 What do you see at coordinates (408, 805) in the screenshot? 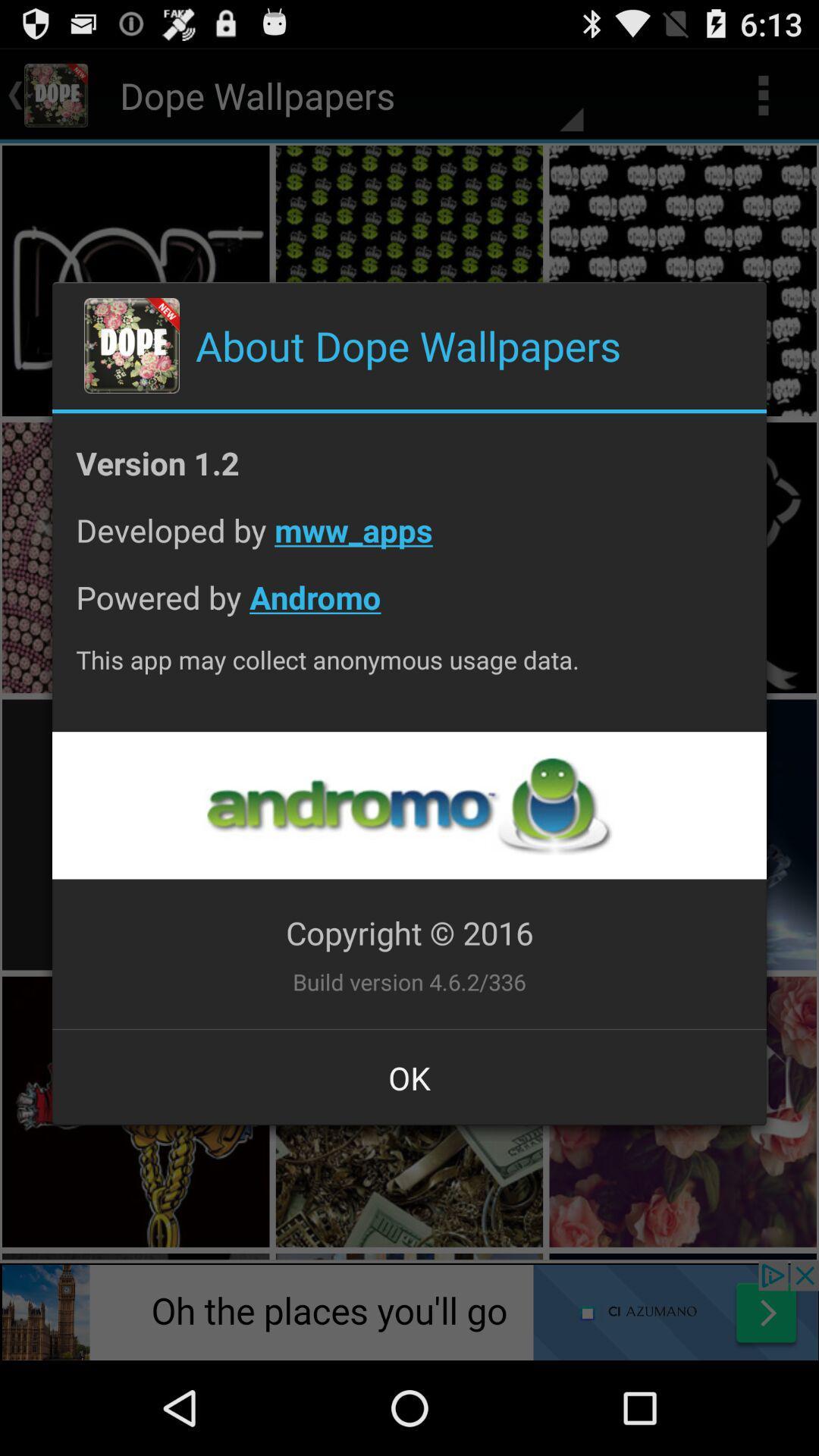
I see `opens a link to the developer` at bounding box center [408, 805].